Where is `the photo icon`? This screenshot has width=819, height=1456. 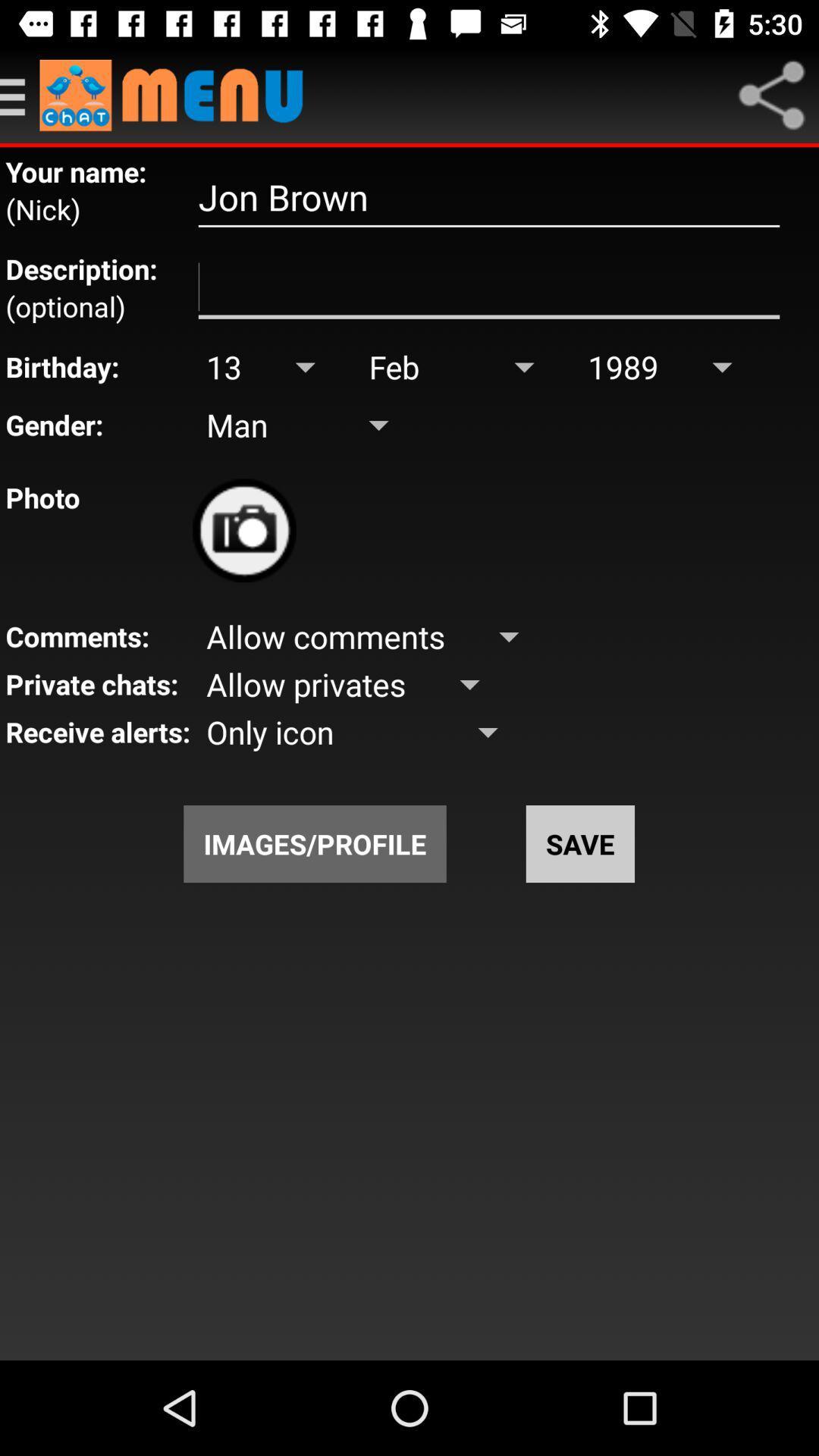 the photo icon is located at coordinates (243, 530).